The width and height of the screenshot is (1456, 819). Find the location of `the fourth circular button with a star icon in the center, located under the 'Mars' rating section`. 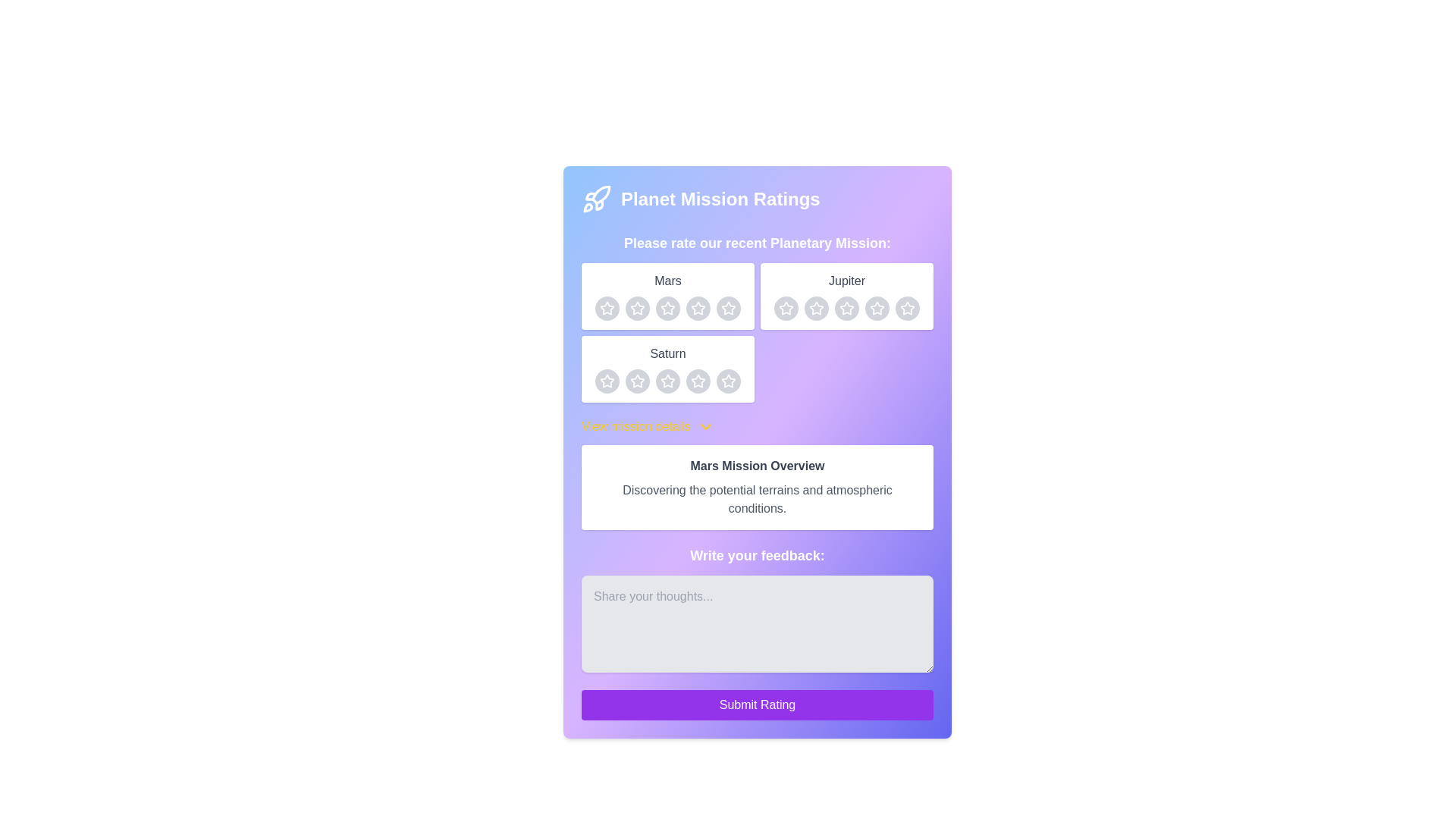

the fourth circular button with a star icon in the center, located under the 'Mars' rating section is located at coordinates (728, 308).